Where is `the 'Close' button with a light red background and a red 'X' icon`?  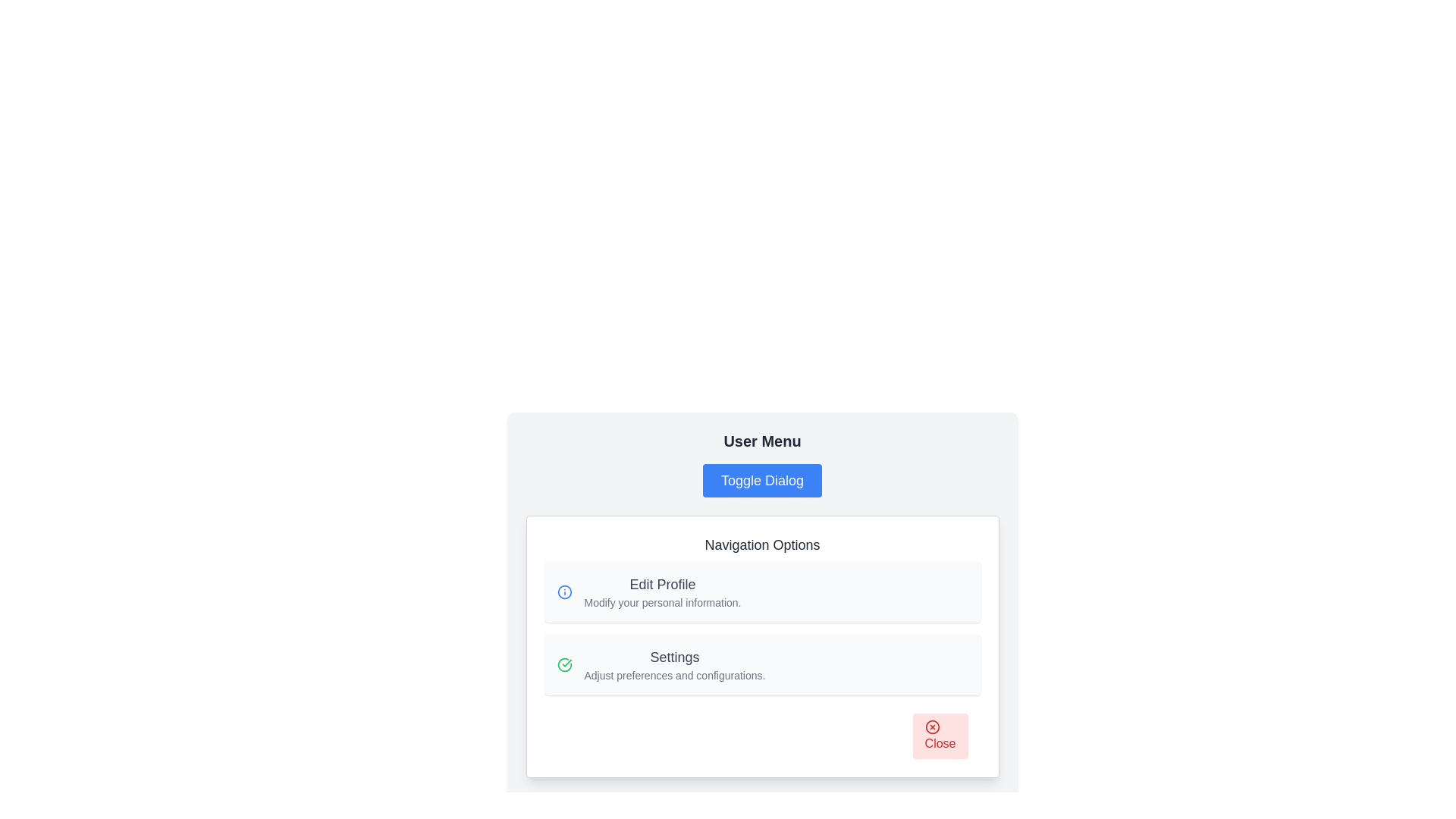 the 'Close' button with a light red background and a red 'X' icon is located at coordinates (940, 736).